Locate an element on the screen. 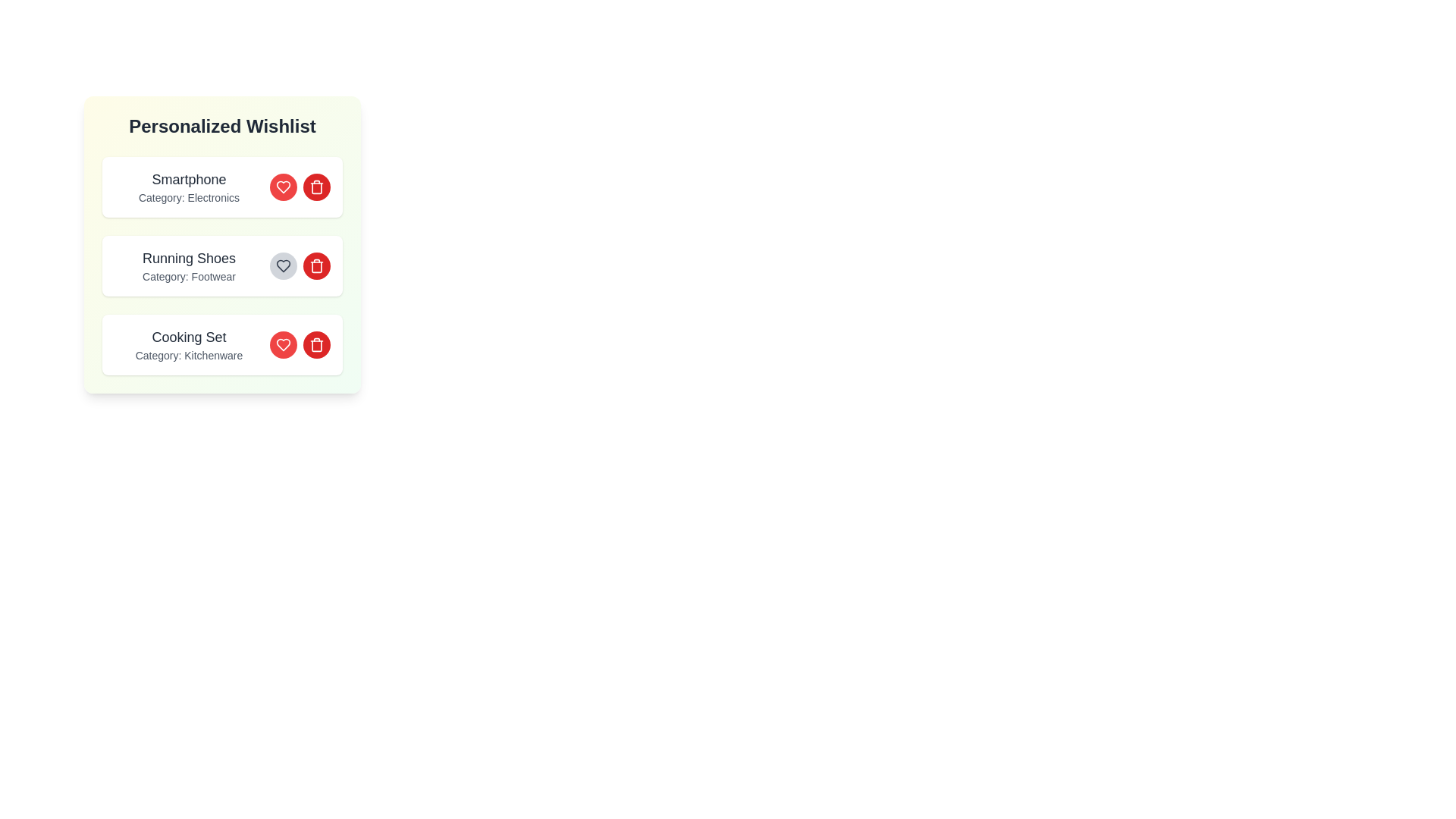 This screenshot has width=1456, height=819. the delete button for the item with name Smartphone is located at coordinates (315, 186).